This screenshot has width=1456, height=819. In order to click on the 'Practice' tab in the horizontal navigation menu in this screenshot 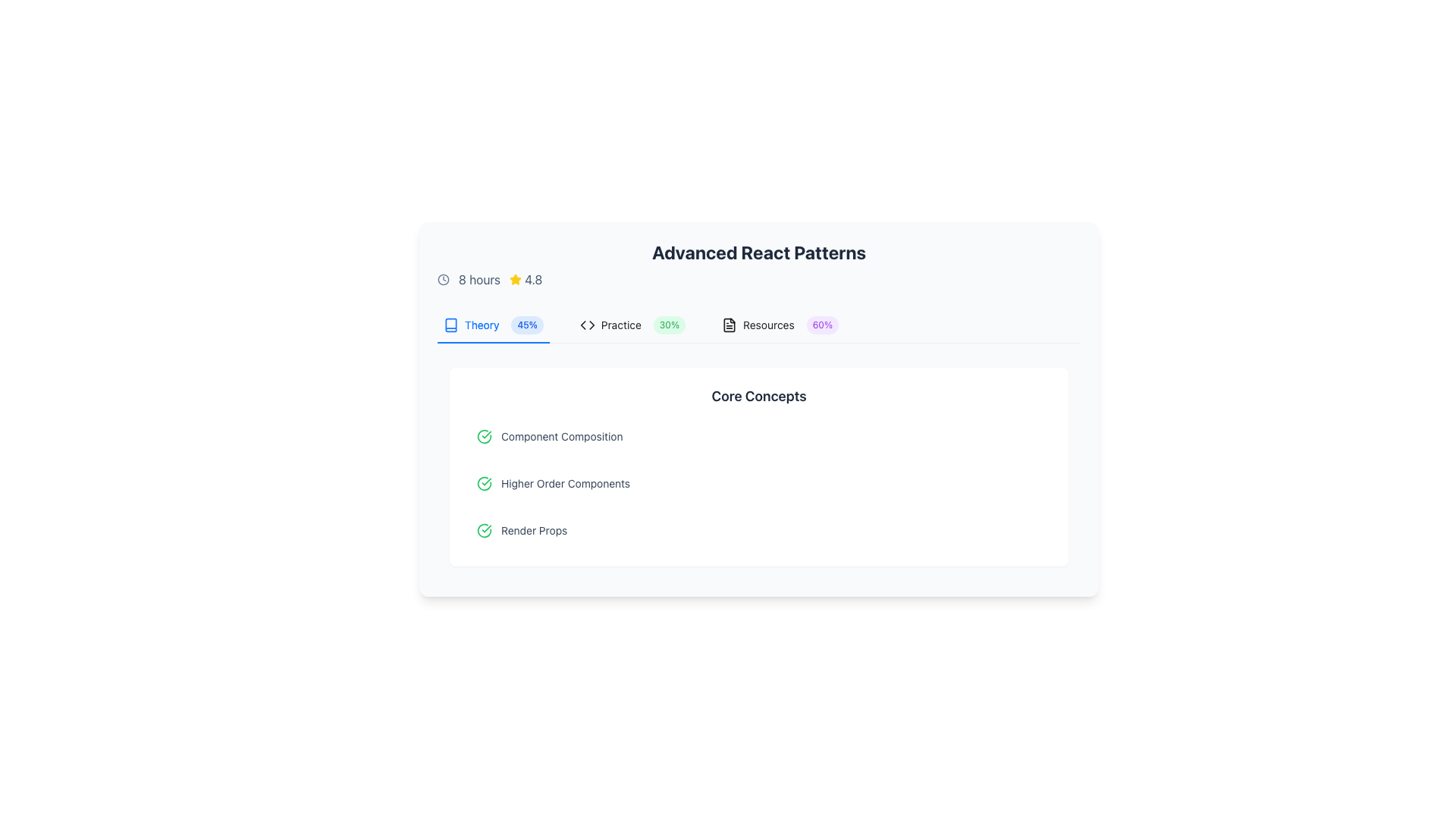, I will do `click(632, 324)`.